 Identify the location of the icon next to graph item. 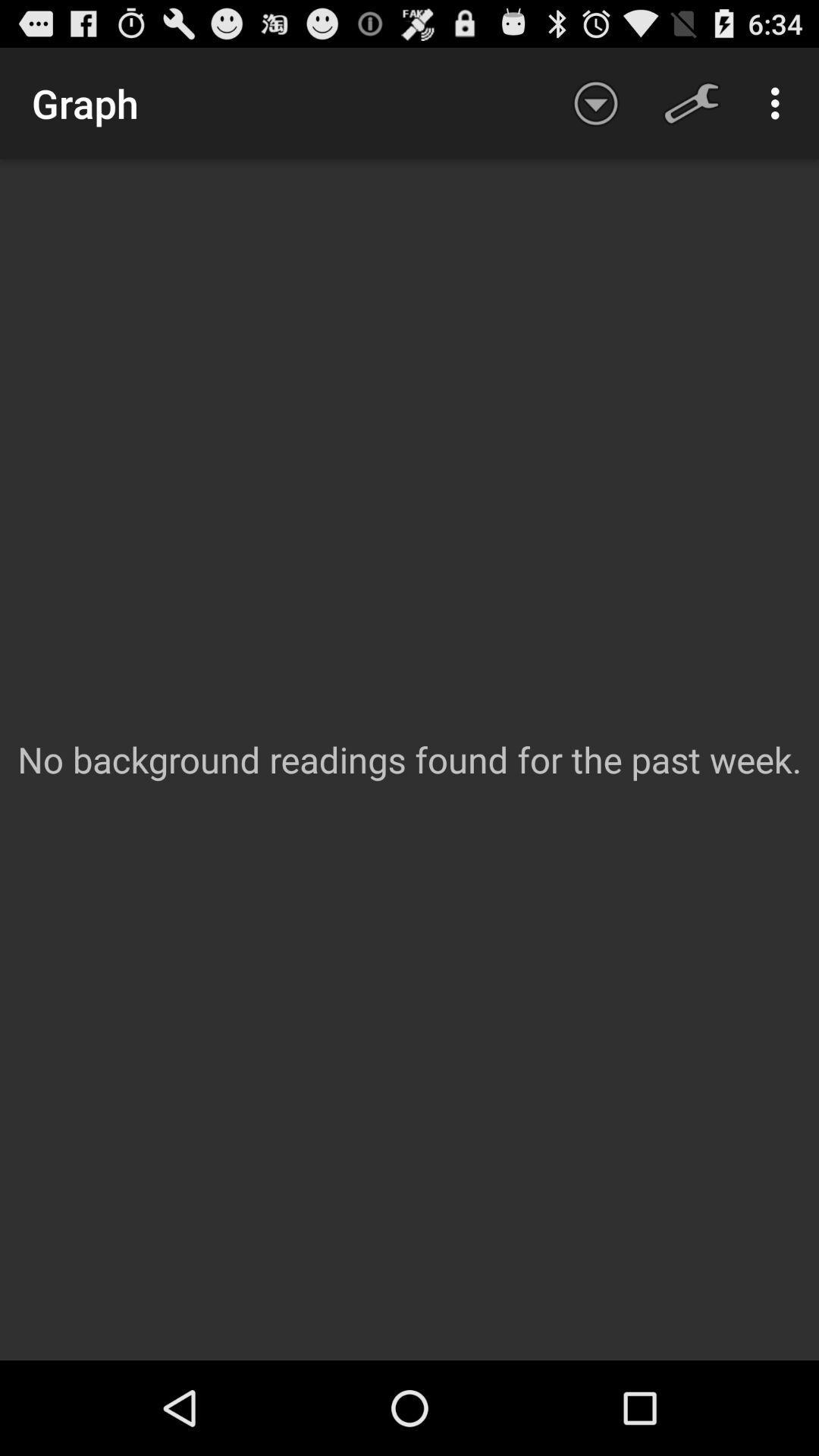
(595, 102).